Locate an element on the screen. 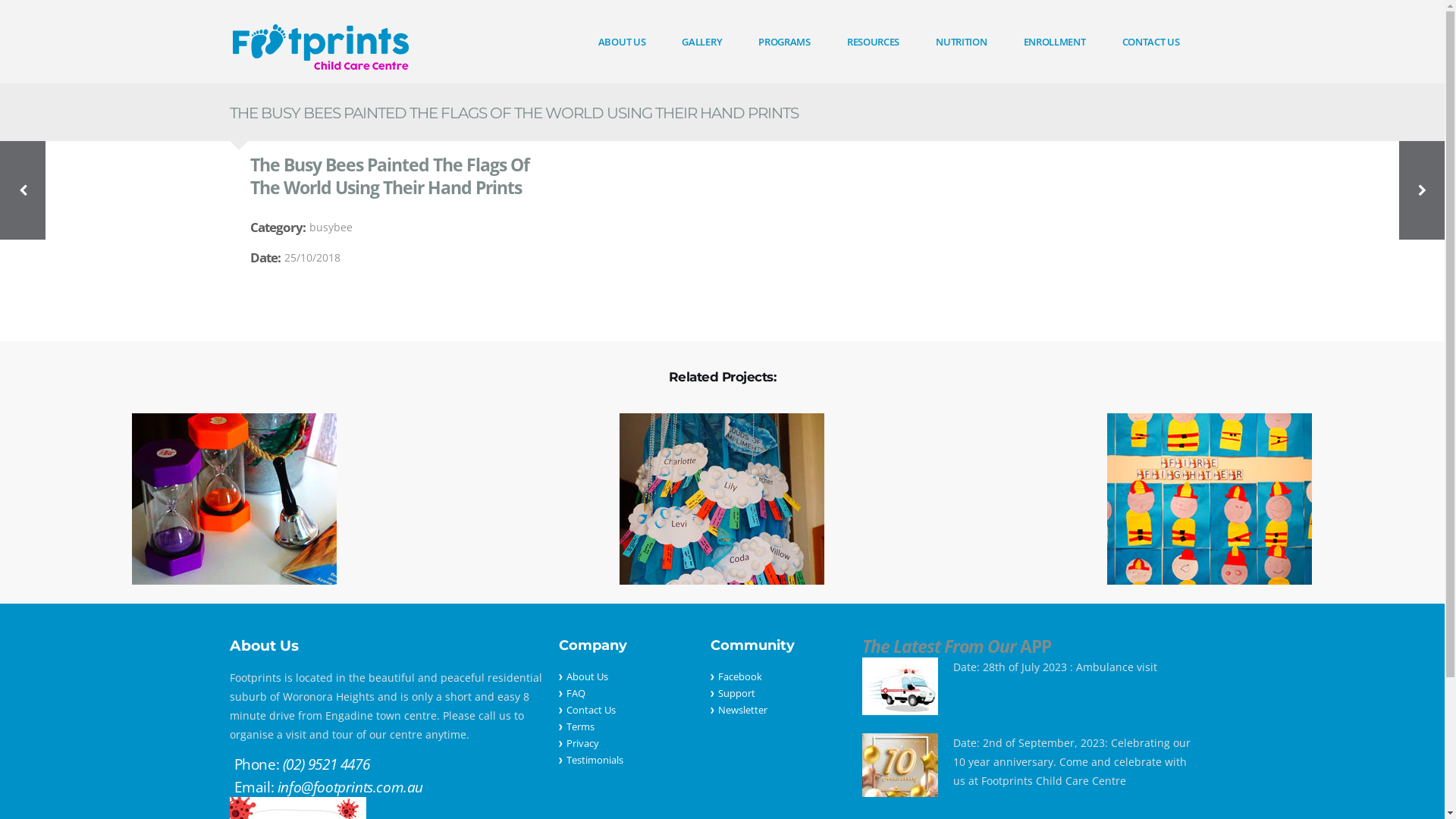 Image resolution: width=1456 pixels, height=819 pixels. 'GALLERY' is located at coordinates (701, 40).